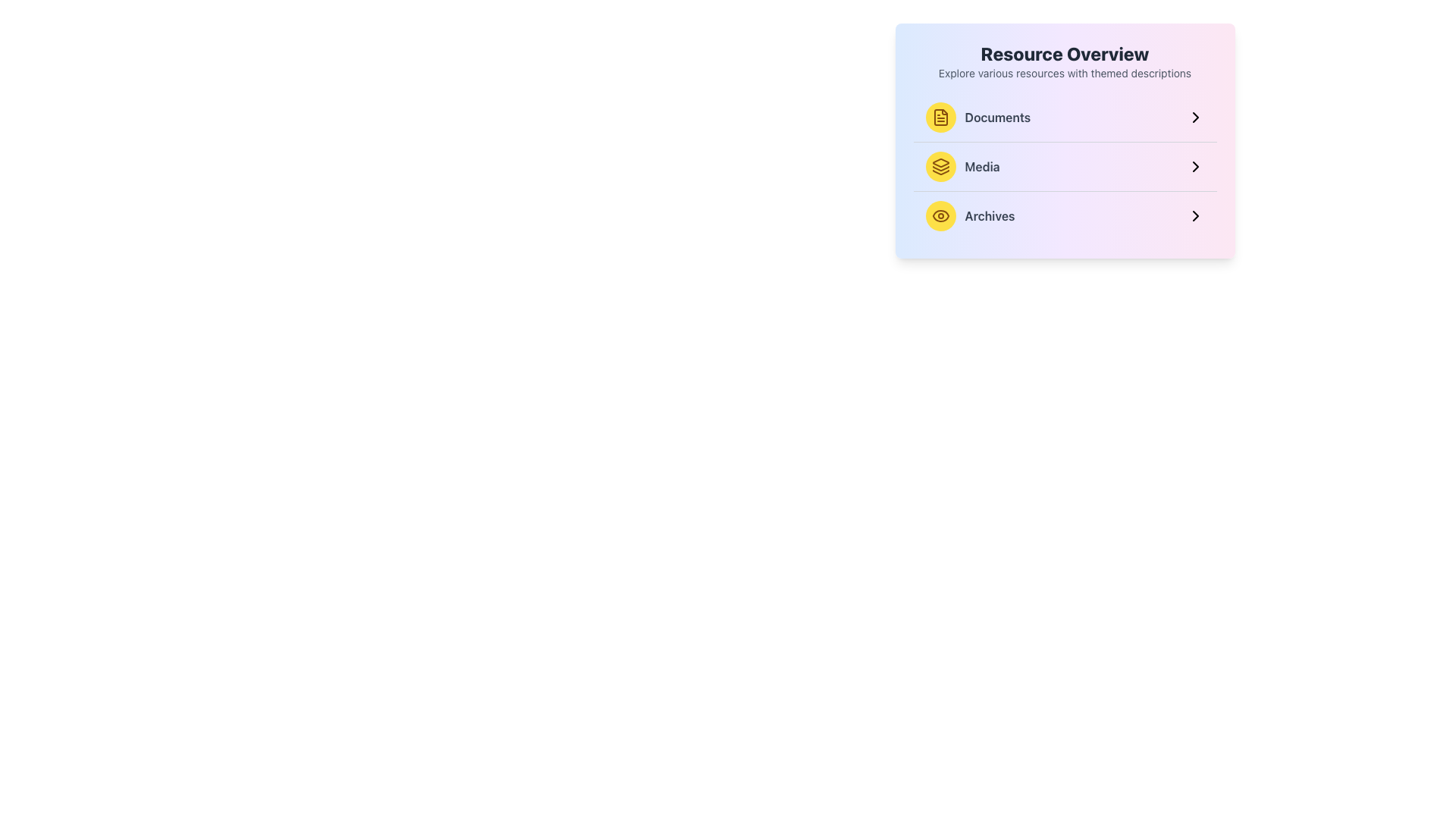 Image resolution: width=1456 pixels, height=819 pixels. What do you see at coordinates (1064, 166) in the screenshot?
I see `the second item in the vertical list within the 'Resource Overview' section, which serves as a navigational link to the 'Media' section` at bounding box center [1064, 166].